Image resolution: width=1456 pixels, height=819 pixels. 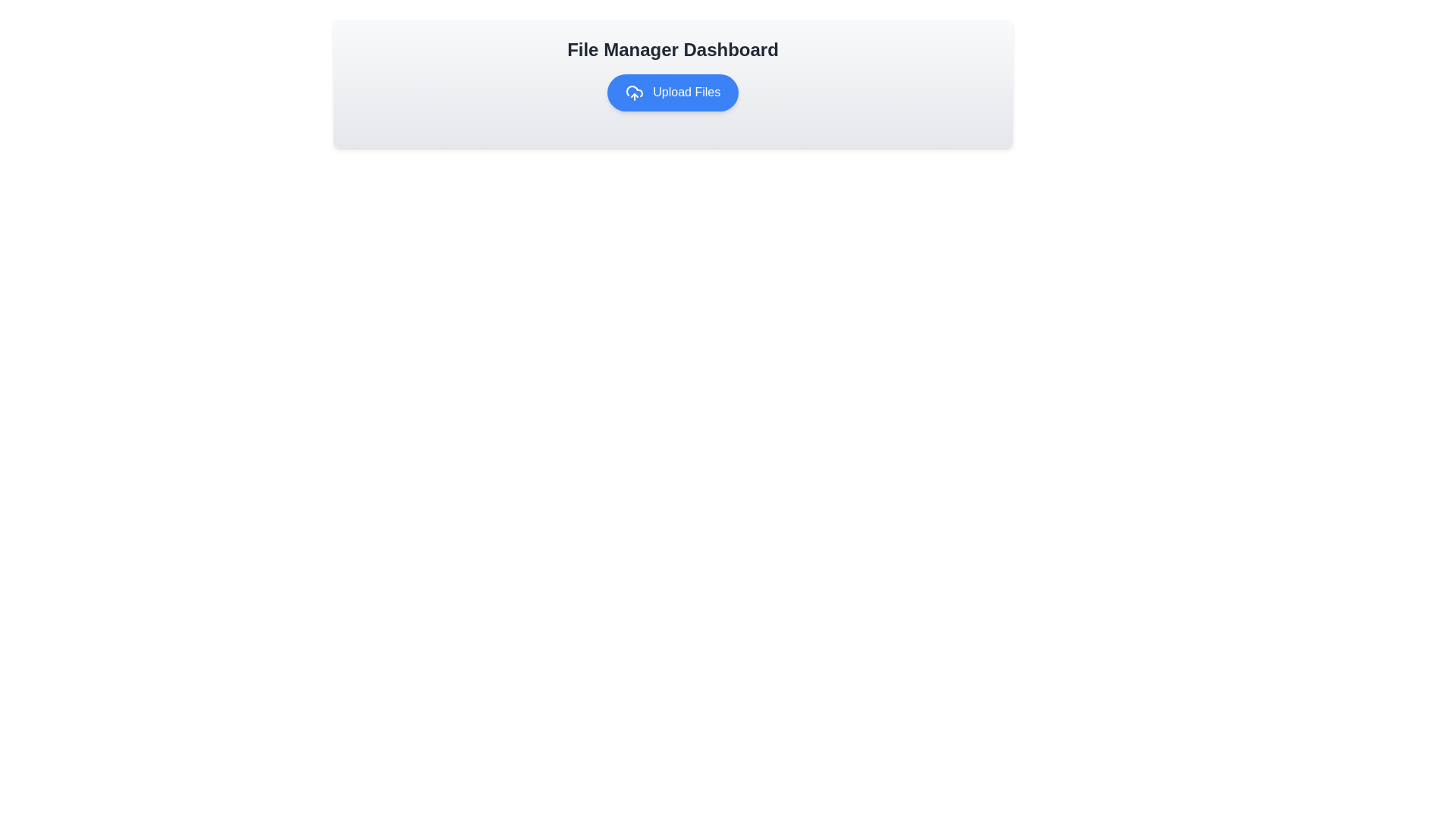 What do you see at coordinates (634, 93) in the screenshot?
I see `the cloud icon with an upward arrow inside it, located within the blue button to the left of the text 'Upload Files'` at bounding box center [634, 93].